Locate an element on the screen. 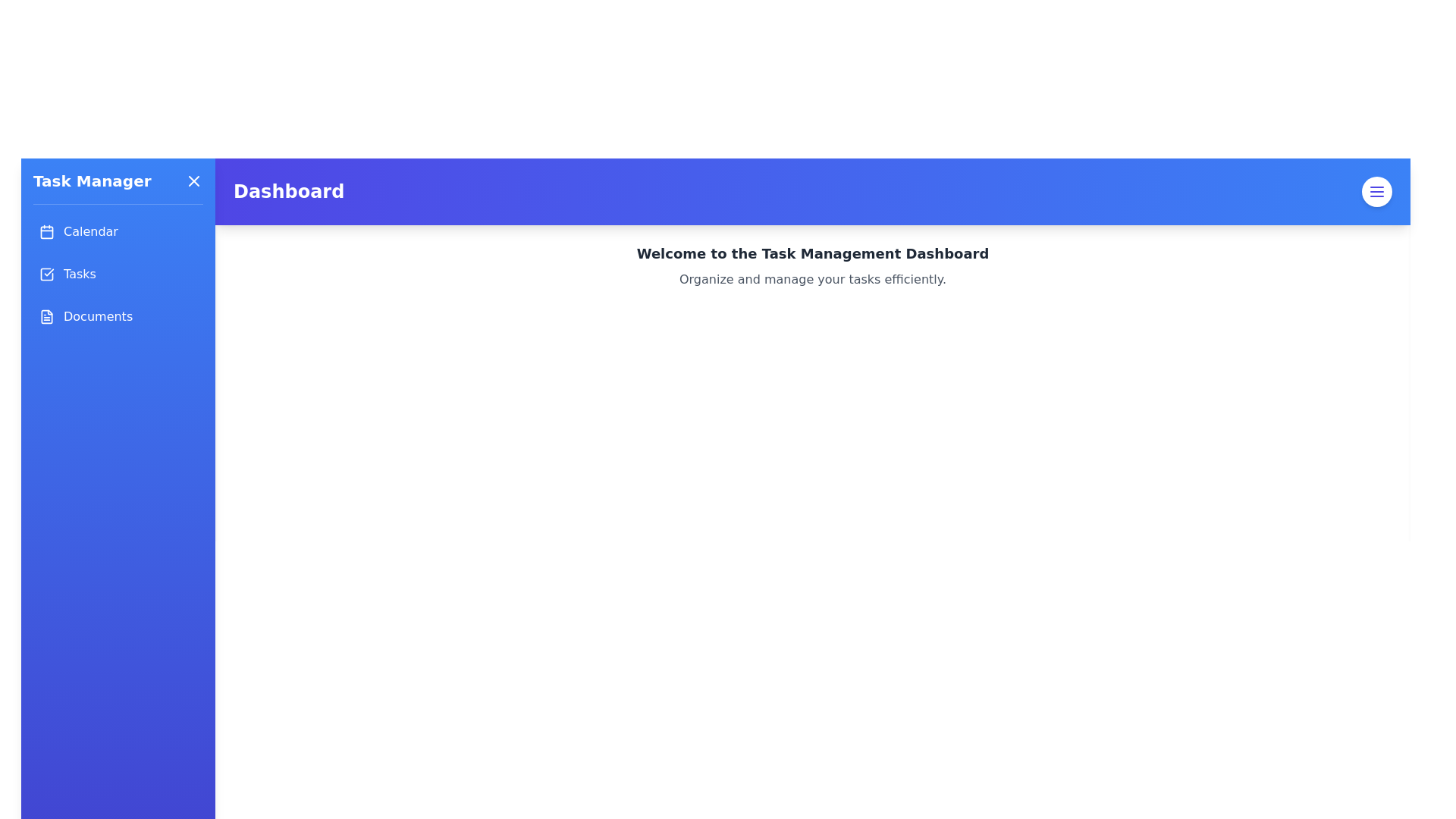 The height and width of the screenshot is (819, 1456). the close 'X' icon on the header bar of the sidebar related to 'Task Manager' is located at coordinates (118, 187).